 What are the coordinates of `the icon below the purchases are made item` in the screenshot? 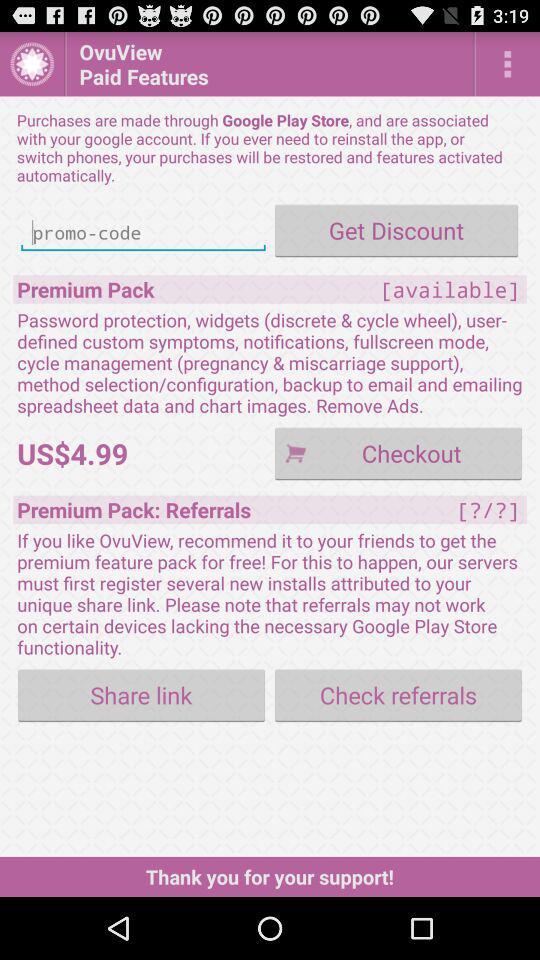 It's located at (396, 230).